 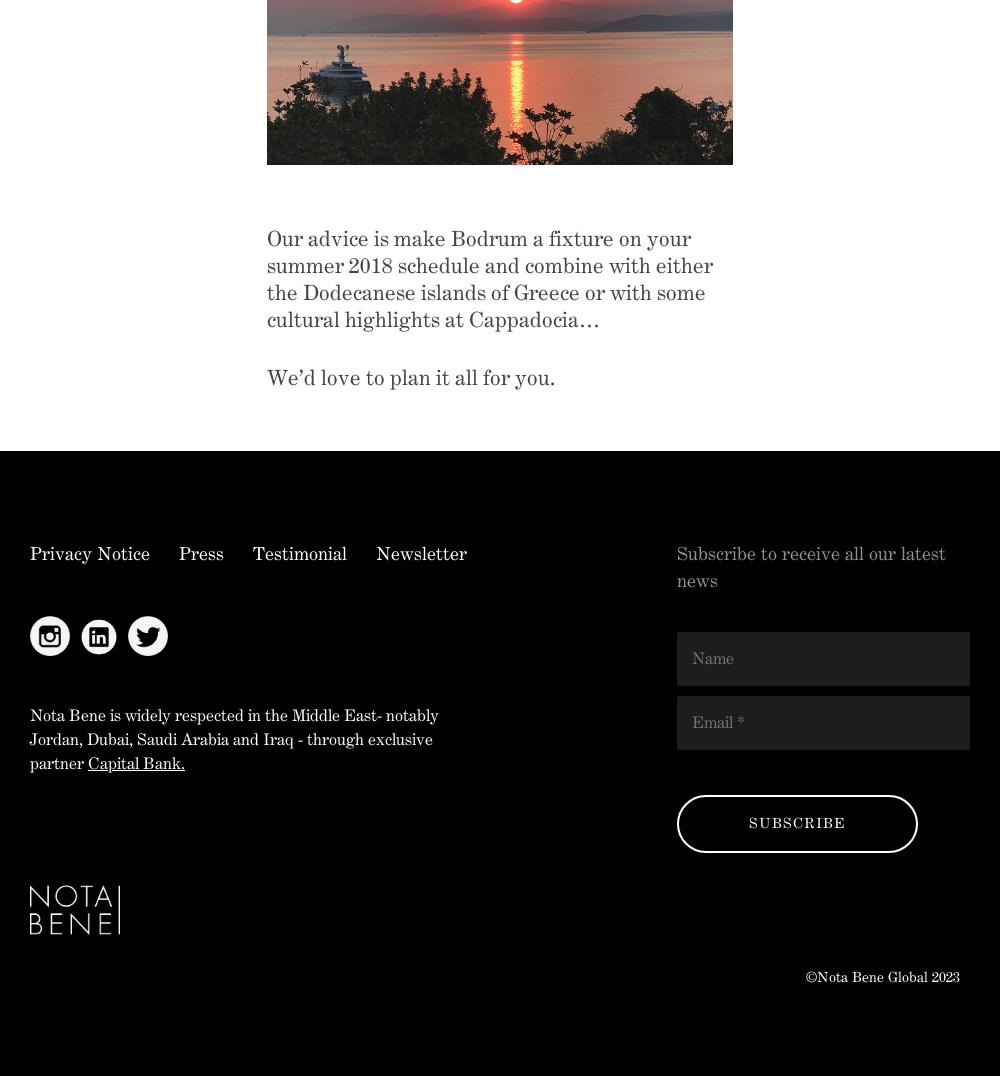 I want to click on 'Nota Bene is widely respected in the Middle East- notably Jordan, Dubai, Saudi Arabia and Iraq - through exclusive partner', so click(x=233, y=737).